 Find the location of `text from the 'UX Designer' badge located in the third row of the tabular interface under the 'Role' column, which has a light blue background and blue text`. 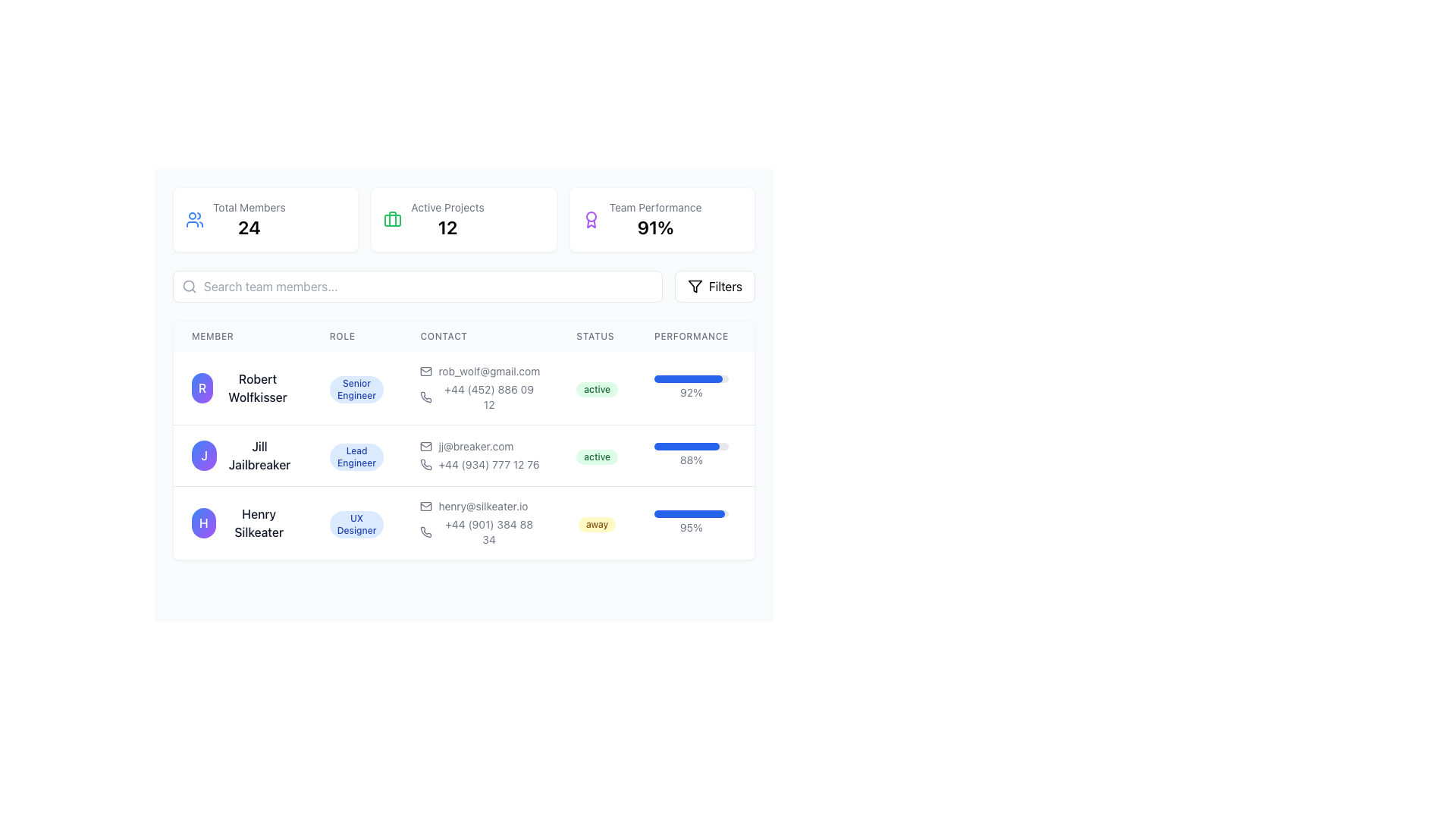

text from the 'UX Designer' badge located in the third row of the tabular interface under the 'Role' column, which has a light blue background and blue text is located at coordinates (356, 523).